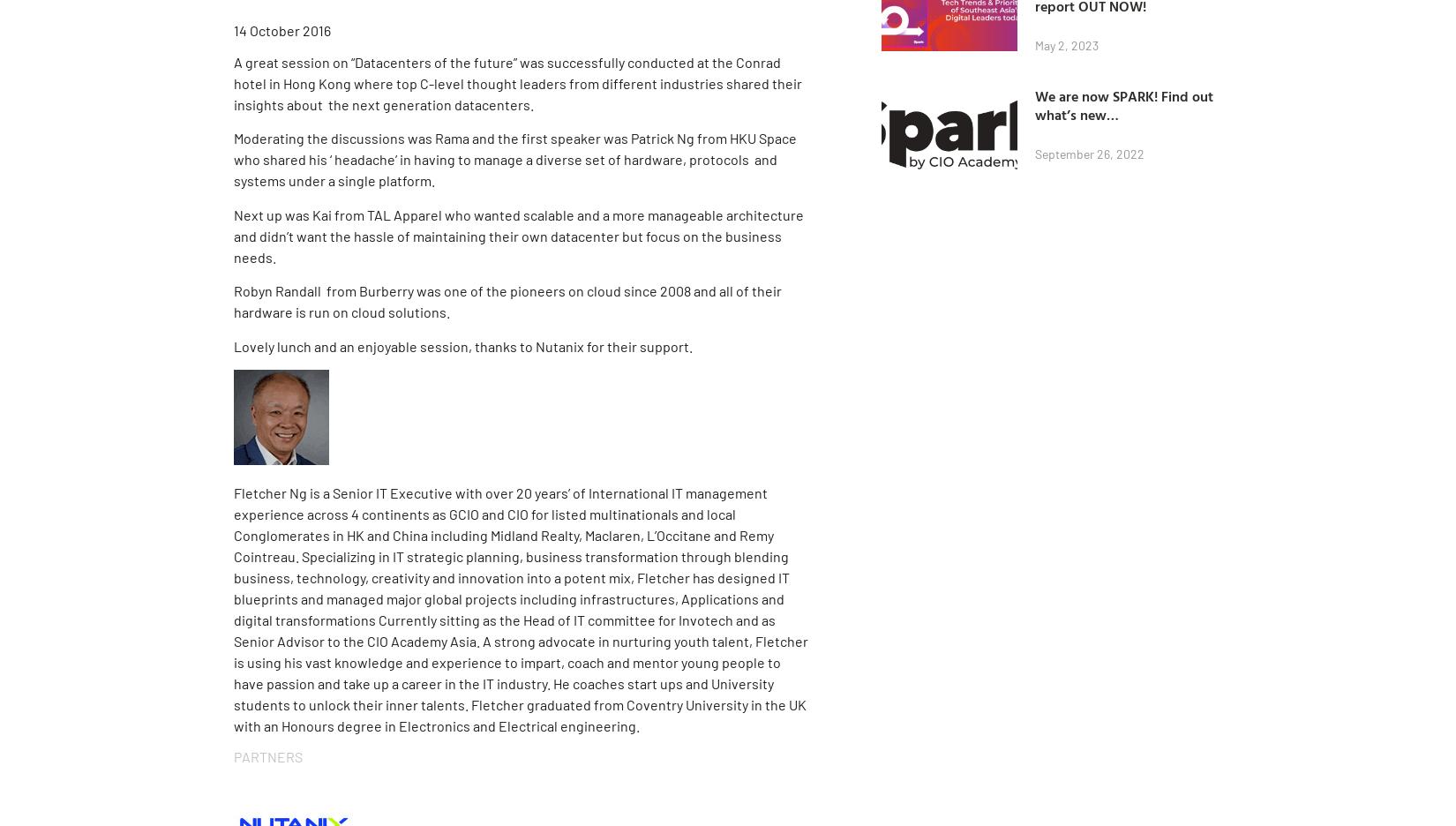 Image resolution: width=1456 pixels, height=826 pixels. Describe the element at coordinates (518, 234) in the screenshot. I see `'Next up was Kai from TAL Apparel who wanted scalable and a more manageable architecture and didn’t want the hassle of maintaining their own datacenter but focus on the business needs.'` at that location.